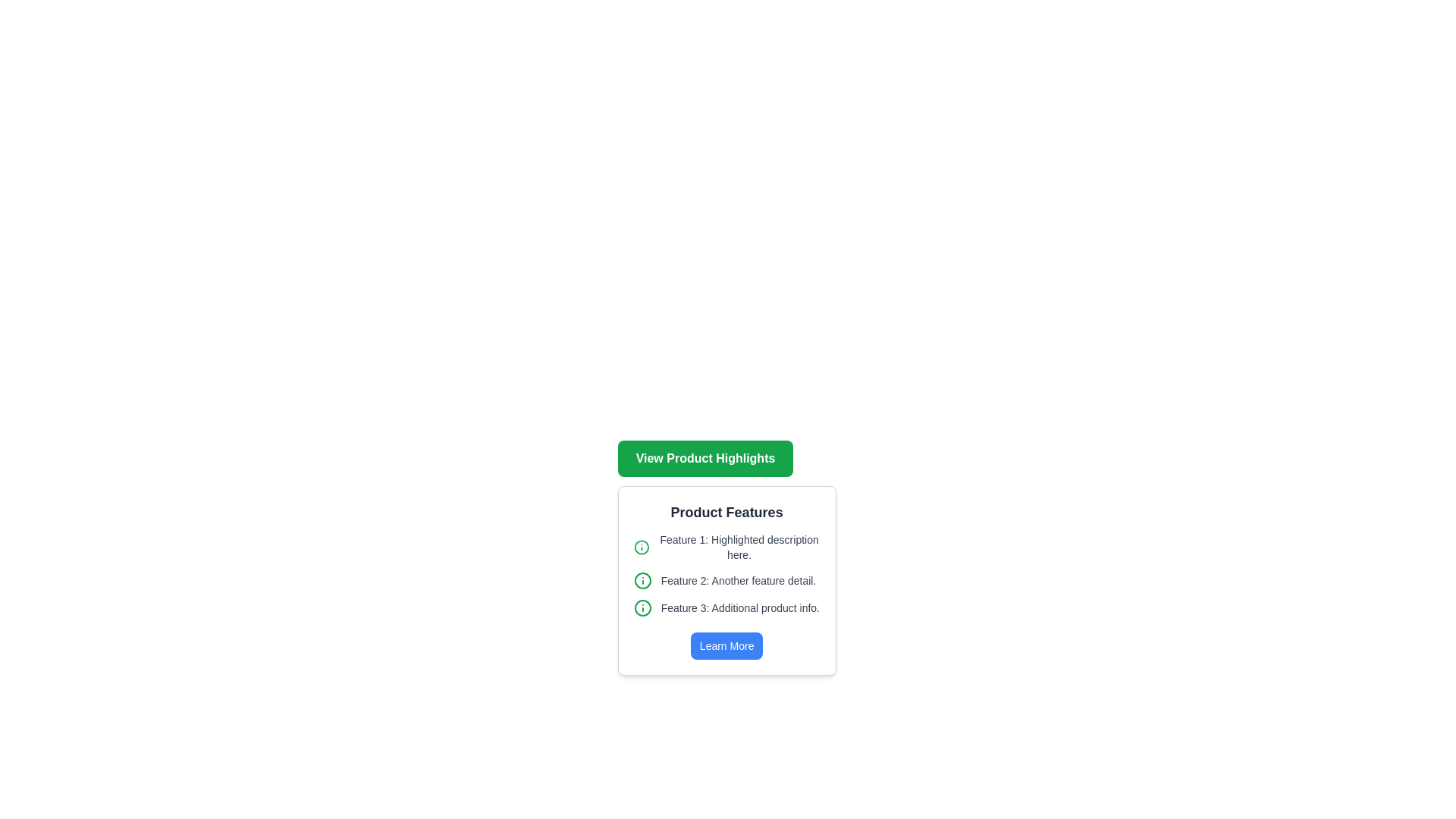  Describe the element at coordinates (739, 580) in the screenshot. I see `text content of the second feature label, which displays 'Feature 2: Another feature detail.' in a small, gray, sans-serif font, located in the 'Product Features' card` at that location.